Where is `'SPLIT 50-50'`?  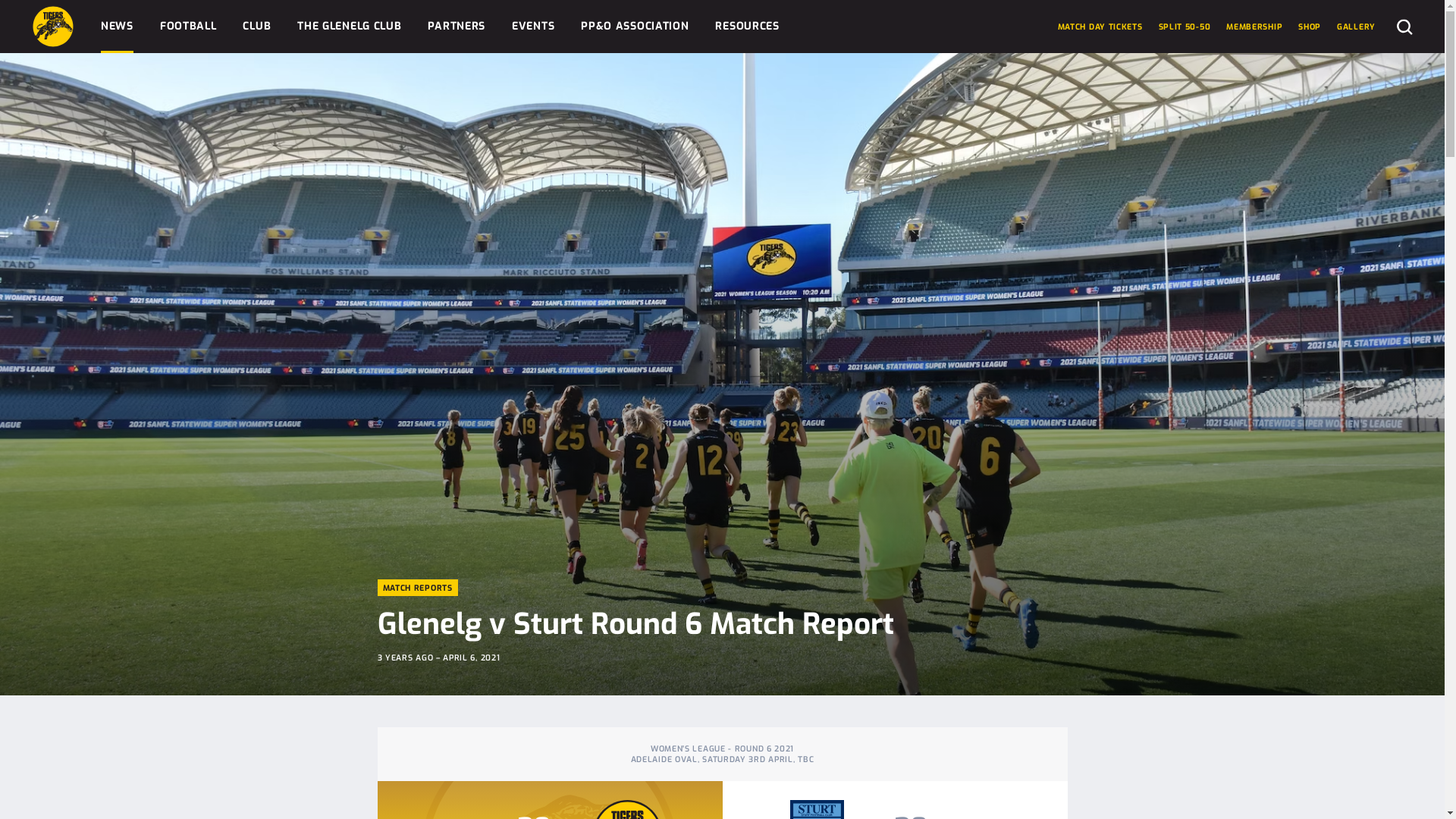 'SPLIT 50-50' is located at coordinates (1184, 26).